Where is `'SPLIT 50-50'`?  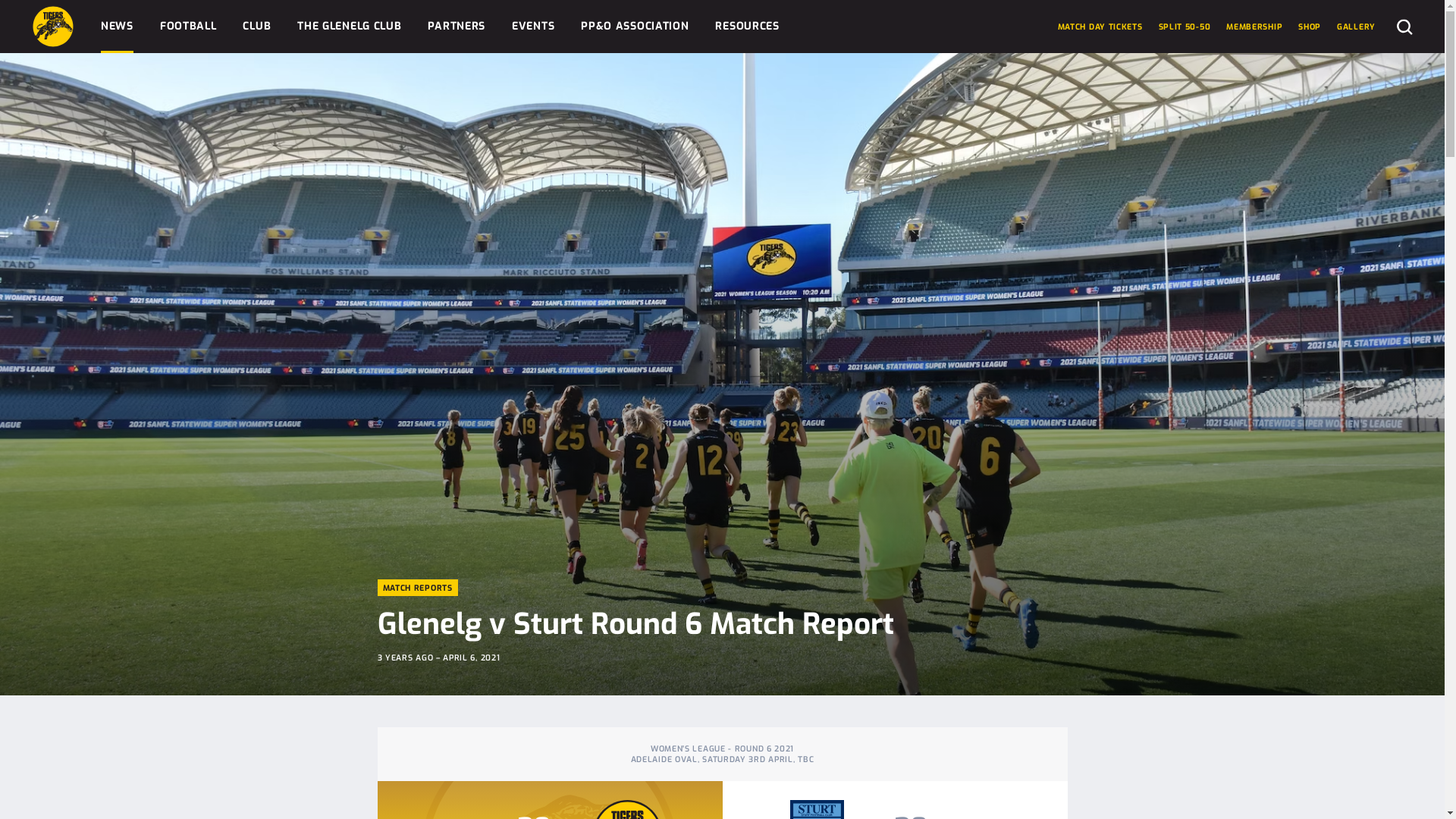 'SPLIT 50-50' is located at coordinates (1184, 26).